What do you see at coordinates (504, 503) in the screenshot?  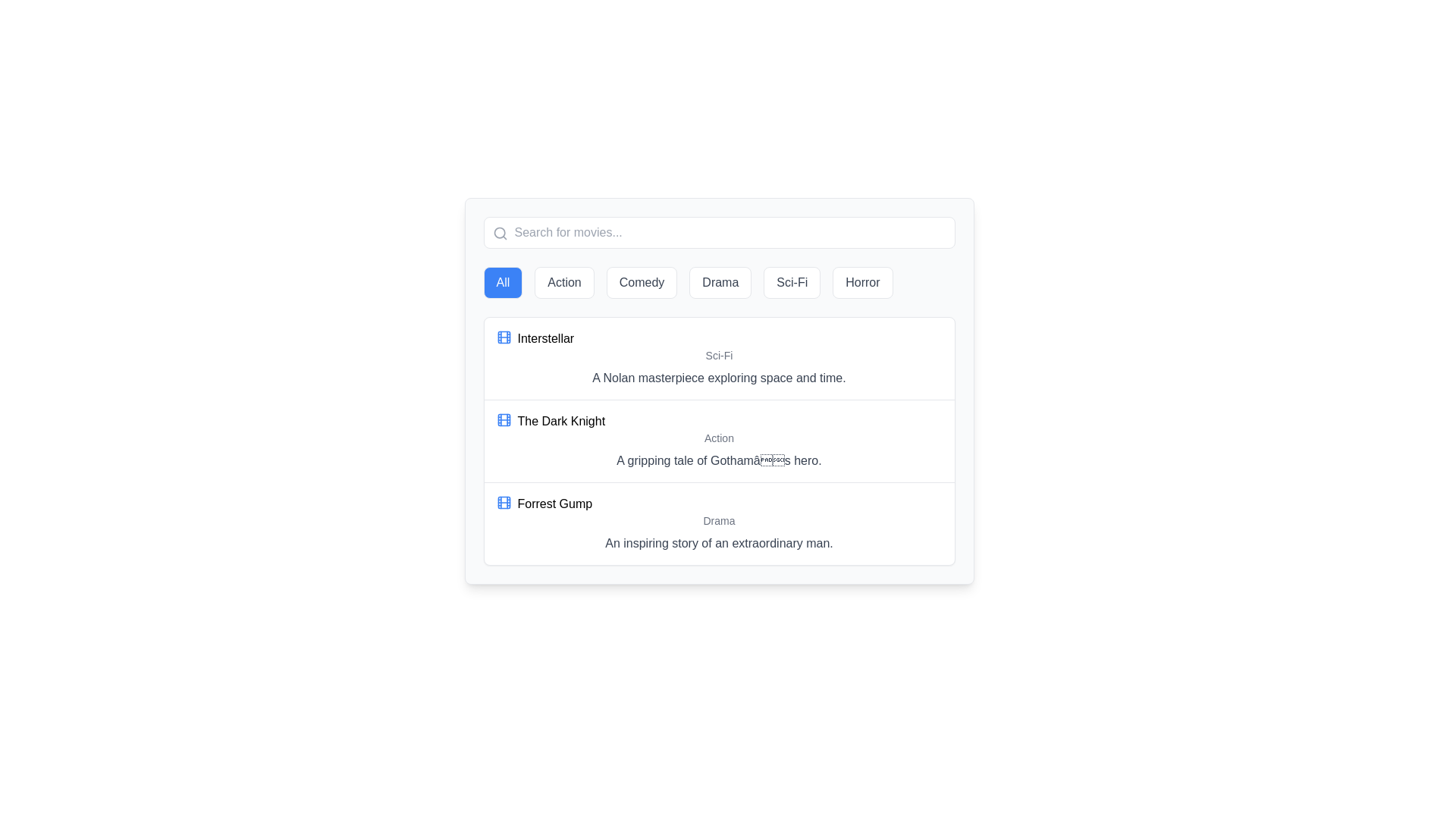 I see `the movie icon representing 'Forrest Gump'` at bounding box center [504, 503].